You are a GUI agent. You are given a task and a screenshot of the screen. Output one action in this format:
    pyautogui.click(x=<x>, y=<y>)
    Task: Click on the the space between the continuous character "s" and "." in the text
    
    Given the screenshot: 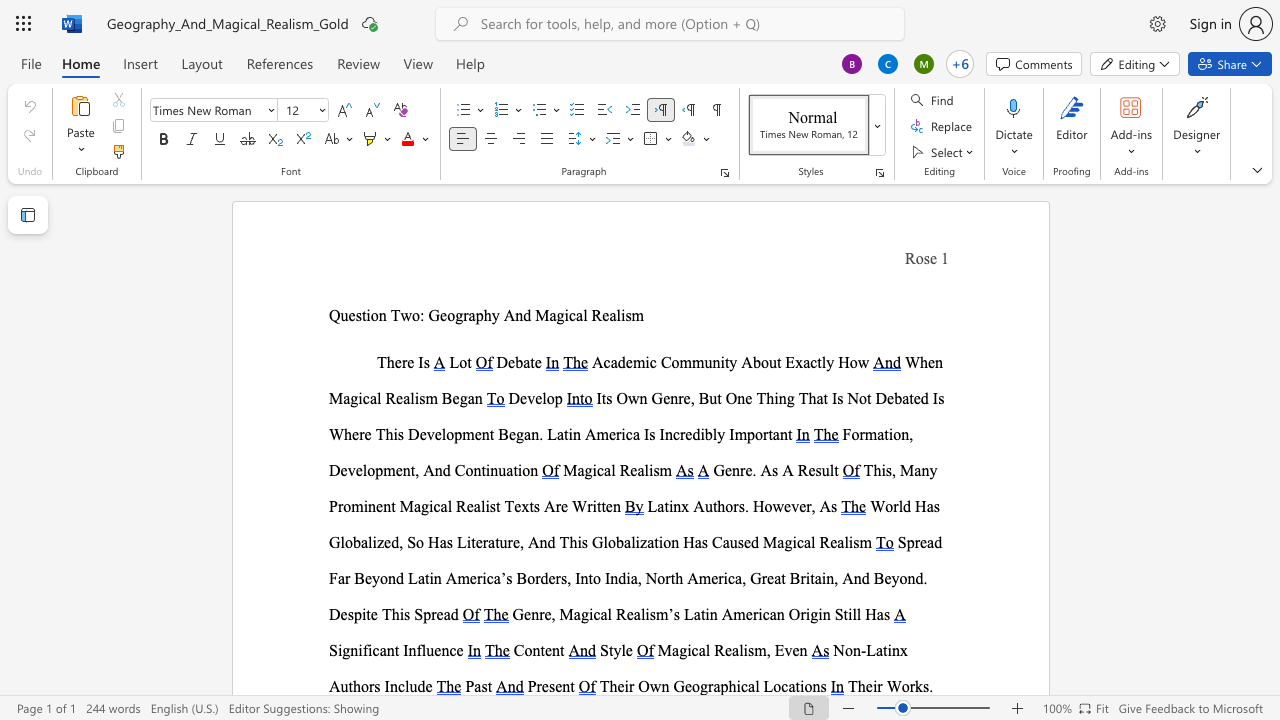 What is the action you would take?
    pyautogui.click(x=927, y=685)
    